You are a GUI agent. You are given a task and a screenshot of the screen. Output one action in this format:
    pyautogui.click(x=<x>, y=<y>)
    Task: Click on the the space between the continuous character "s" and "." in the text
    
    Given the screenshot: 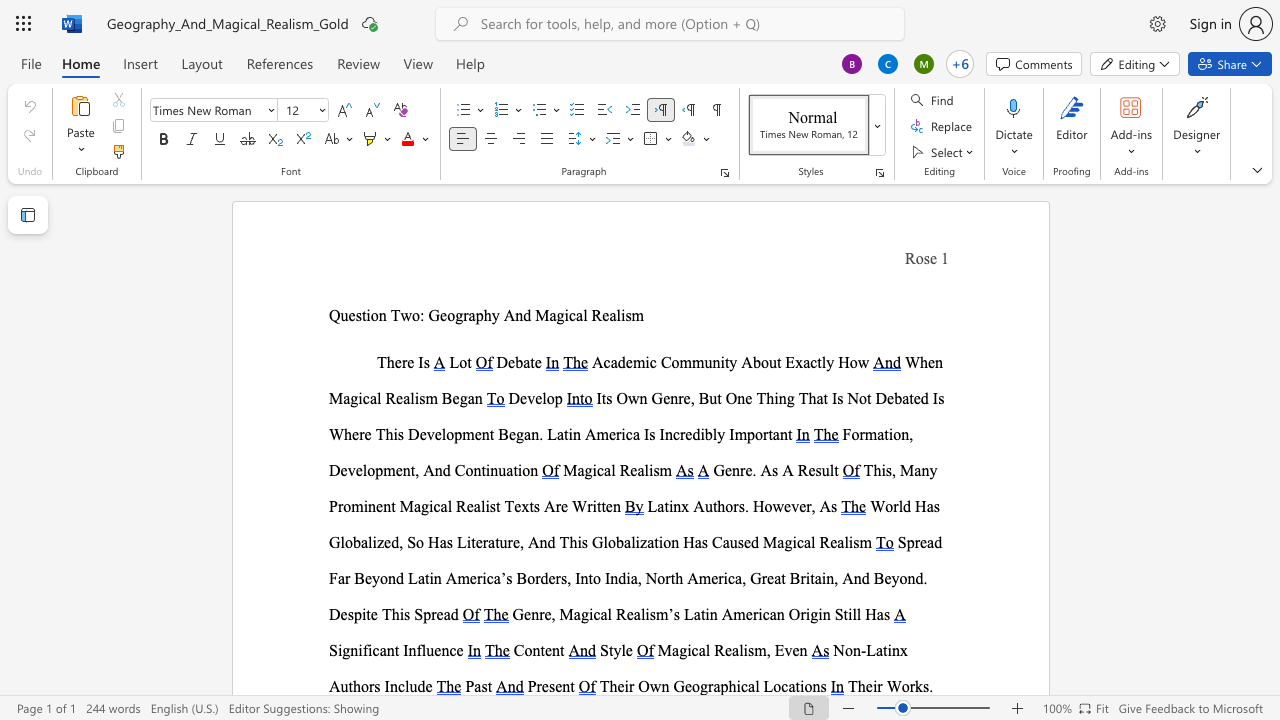 What is the action you would take?
    pyautogui.click(x=927, y=685)
    